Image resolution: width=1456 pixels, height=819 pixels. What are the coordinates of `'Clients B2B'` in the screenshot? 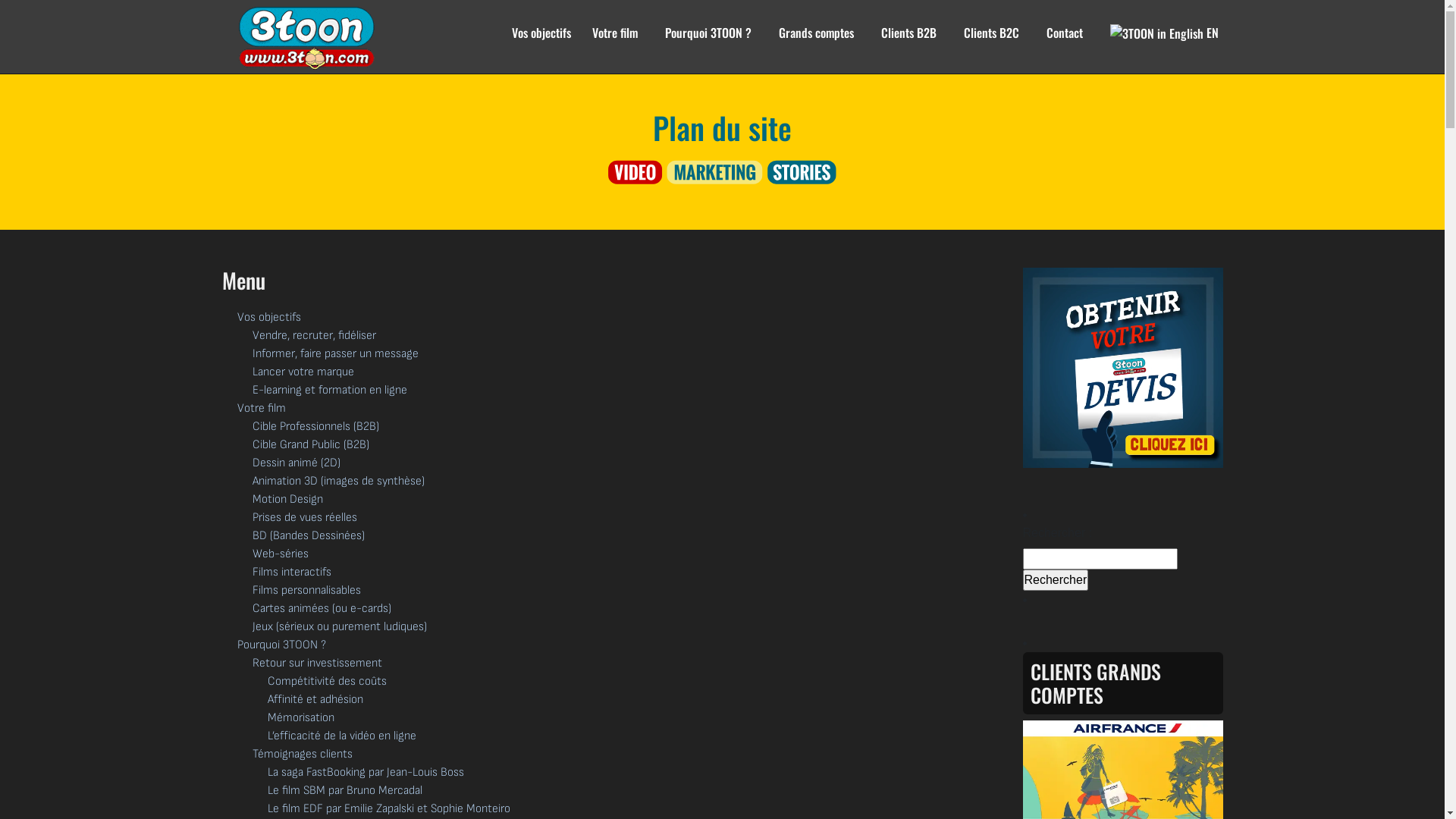 It's located at (908, 41).